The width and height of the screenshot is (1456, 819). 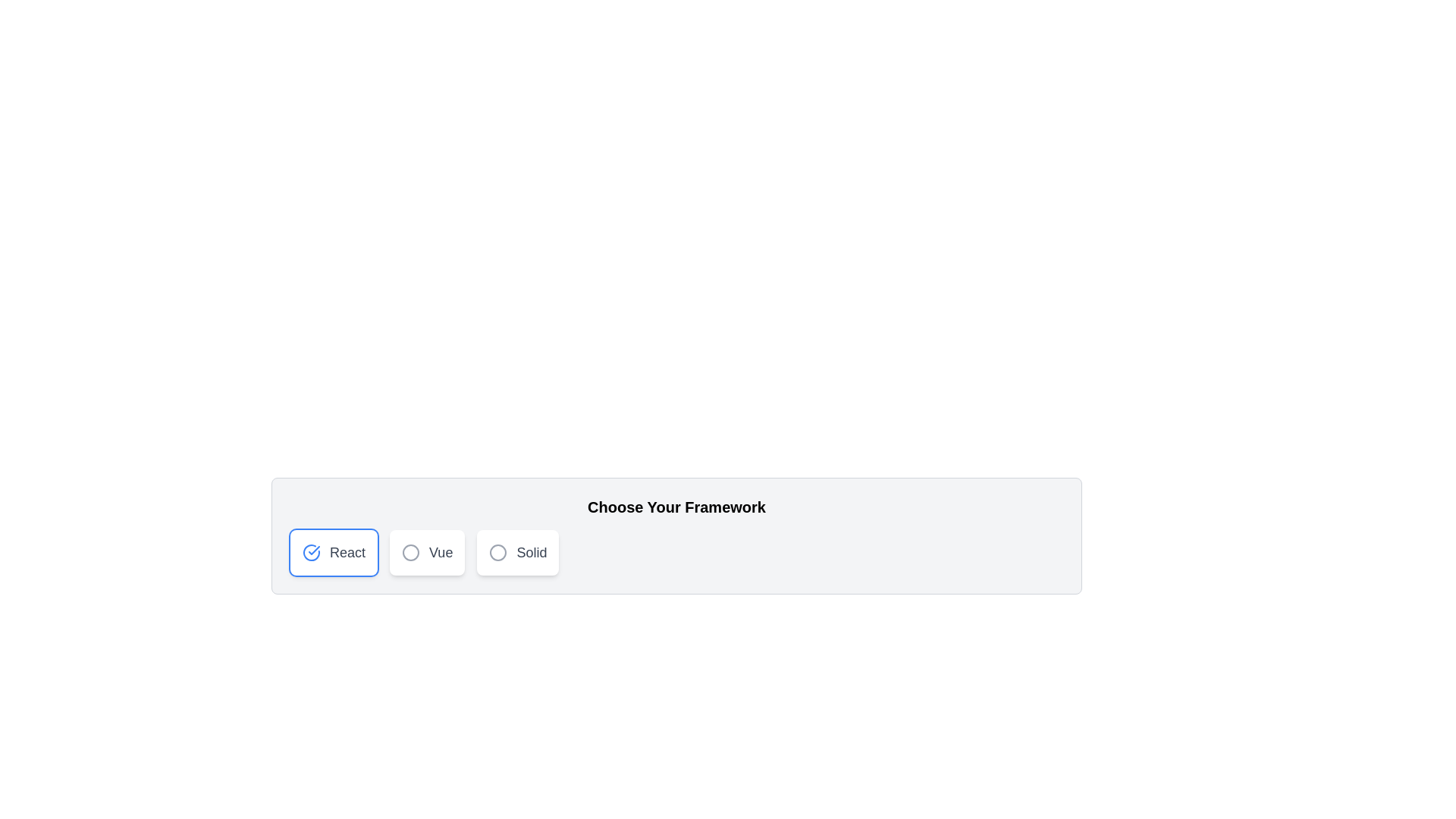 What do you see at coordinates (311, 553) in the screenshot?
I see `the confirmation icon indicating a selected state for the 'React' option, located in the first card under 'Choose Your Framework'` at bounding box center [311, 553].